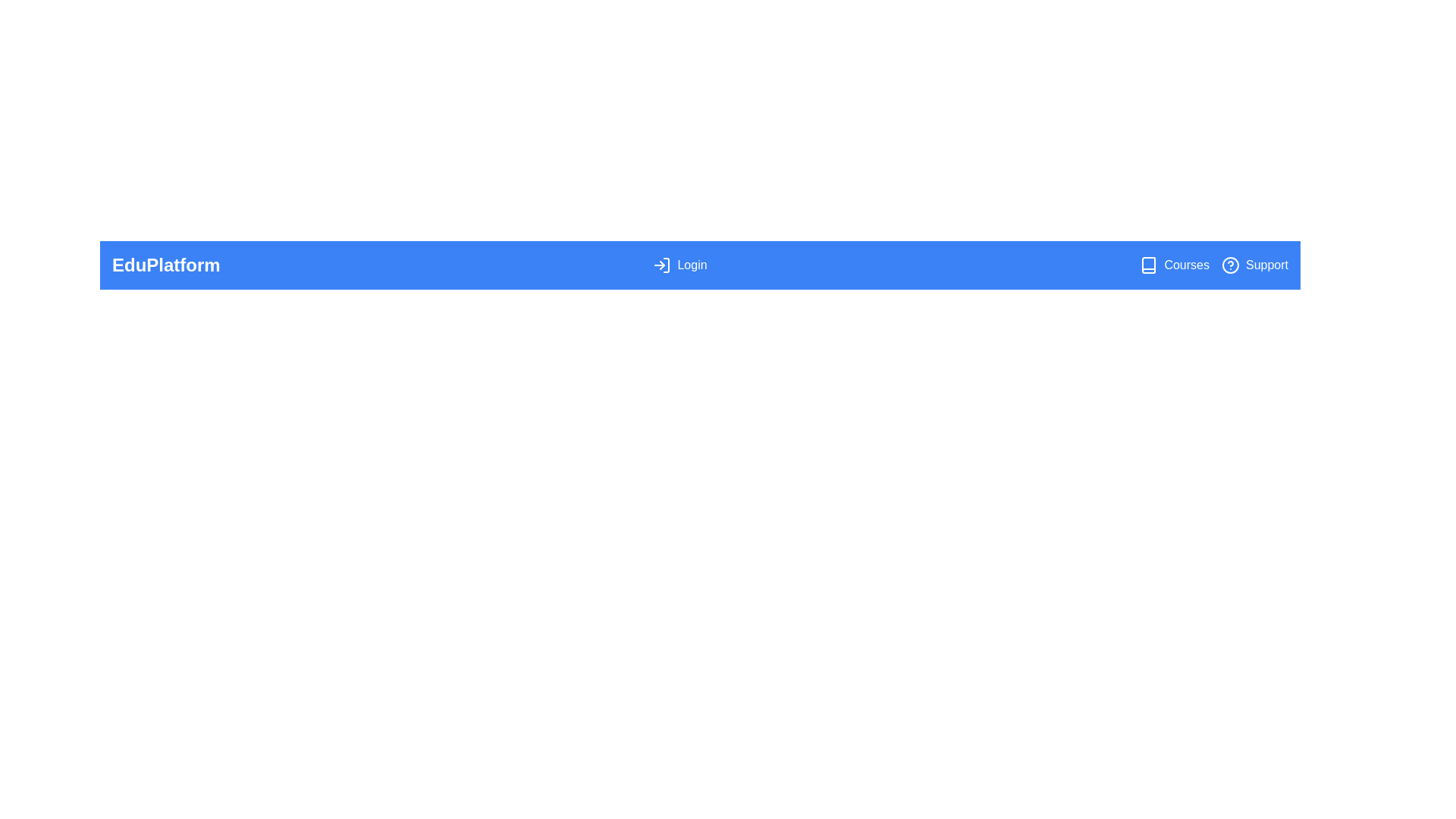 The width and height of the screenshot is (1456, 819). What do you see at coordinates (1174, 265) in the screenshot?
I see `the horizontal navigation link labeled 'Courses' with white text and a book icon` at bounding box center [1174, 265].